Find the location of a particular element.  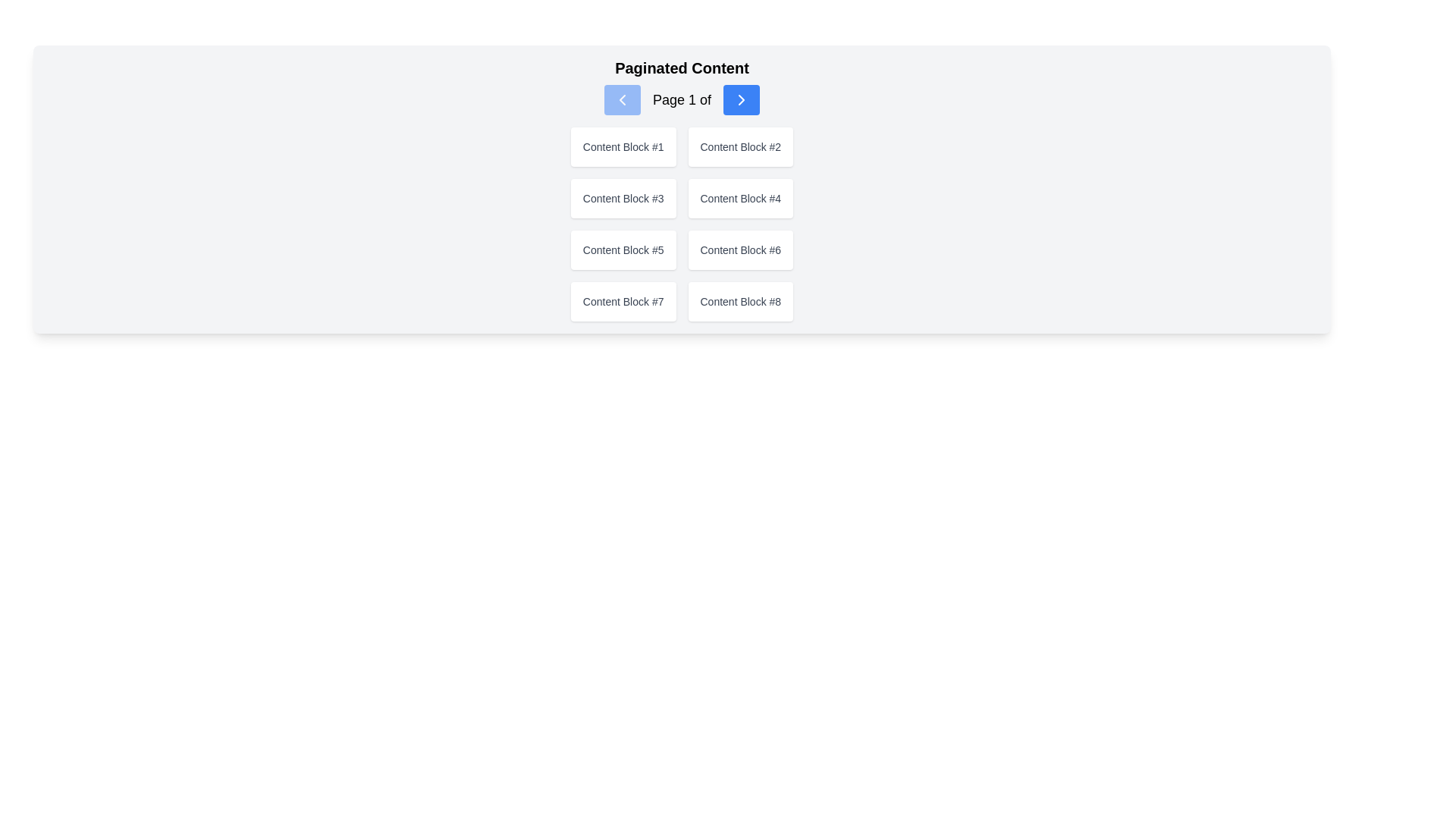

the text label 'Content Block #3' which is styled with a smaller font size and gray color, located in the top-left region of a grid layout in the second row and first column is located at coordinates (623, 198).